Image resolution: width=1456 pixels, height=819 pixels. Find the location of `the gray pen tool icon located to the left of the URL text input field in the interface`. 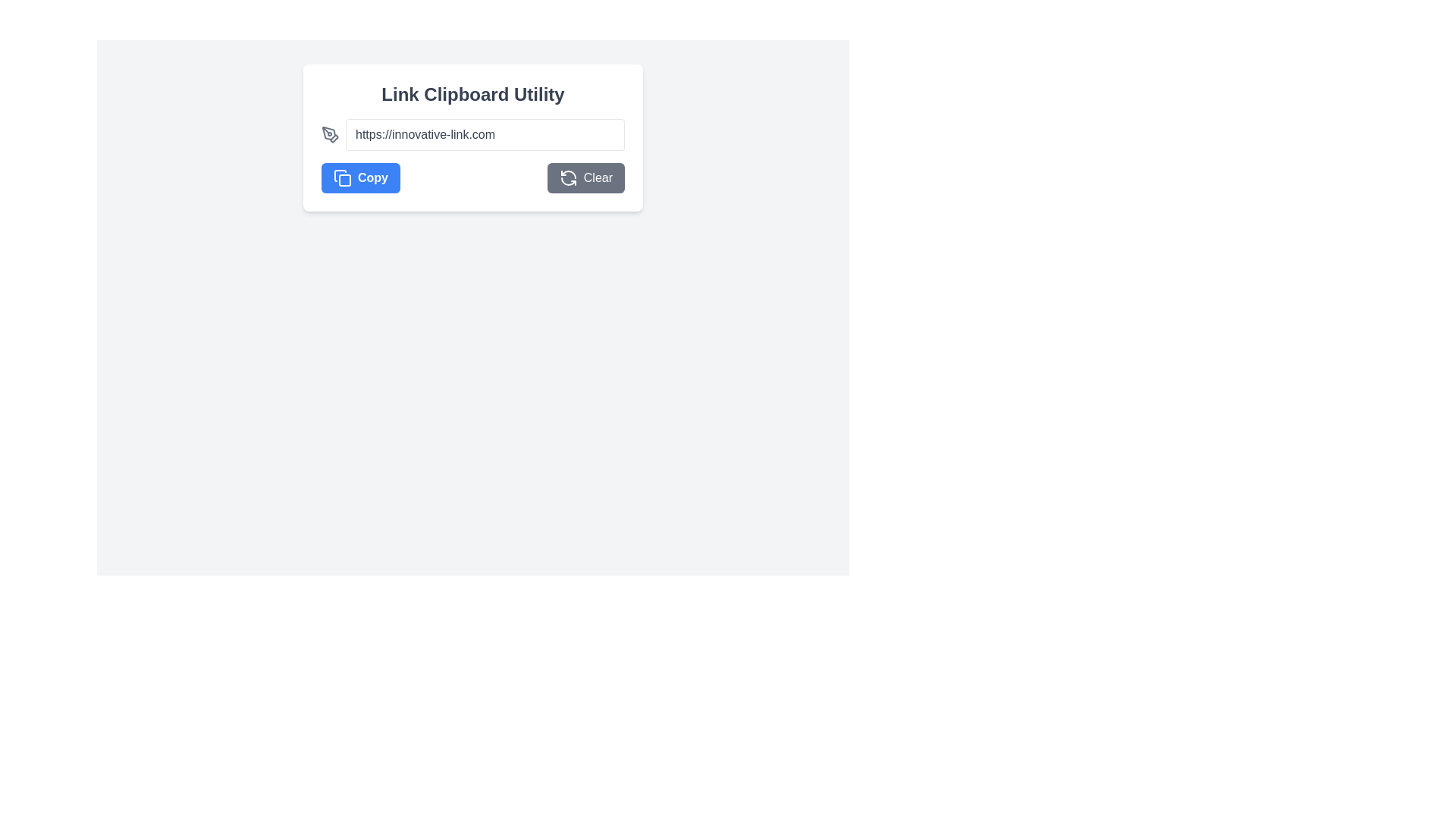

the gray pen tool icon located to the left of the URL text input field in the interface is located at coordinates (330, 133).